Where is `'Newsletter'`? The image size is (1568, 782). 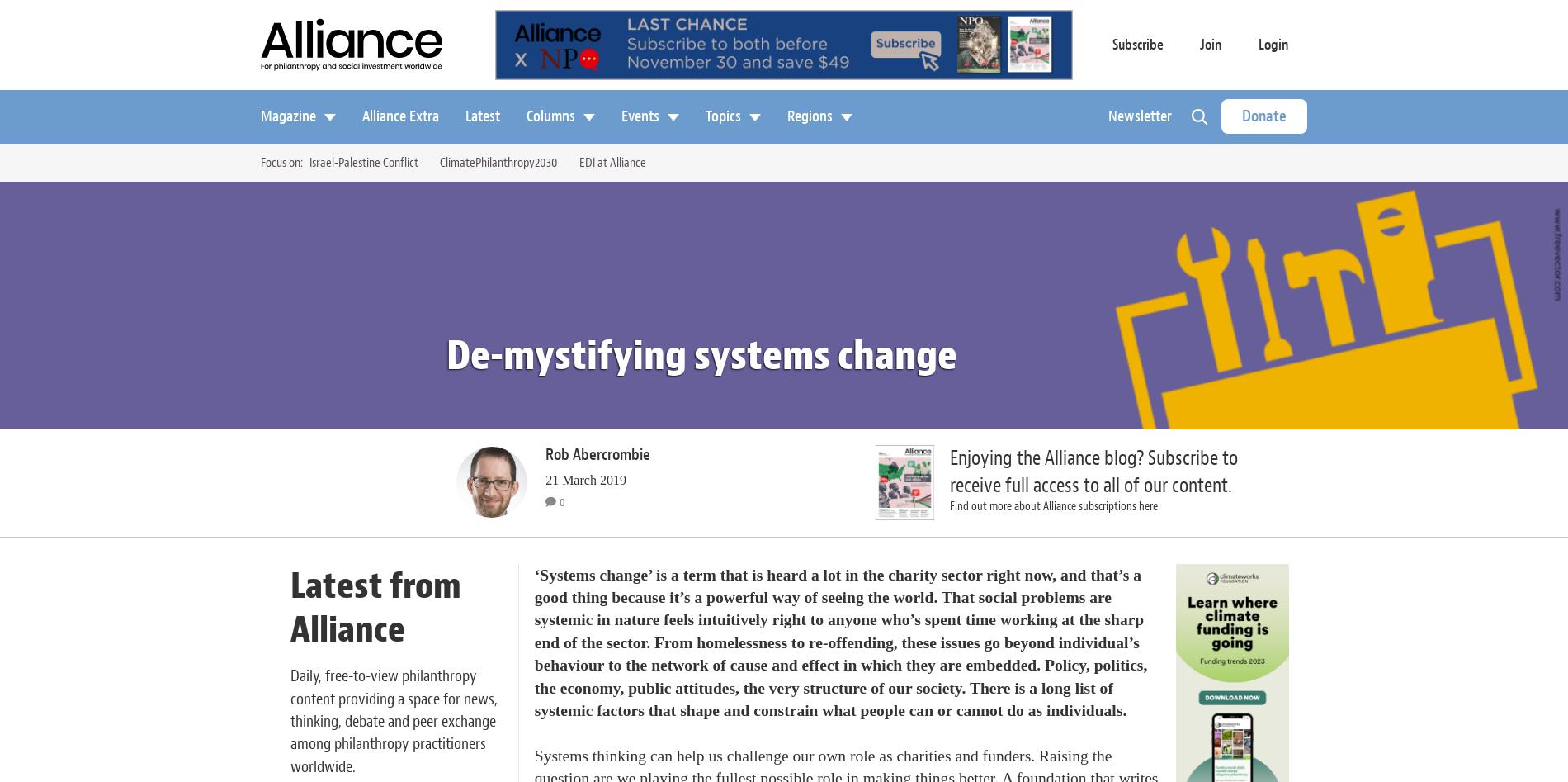
'Newsletter' is located at coordinates (1139, 114).